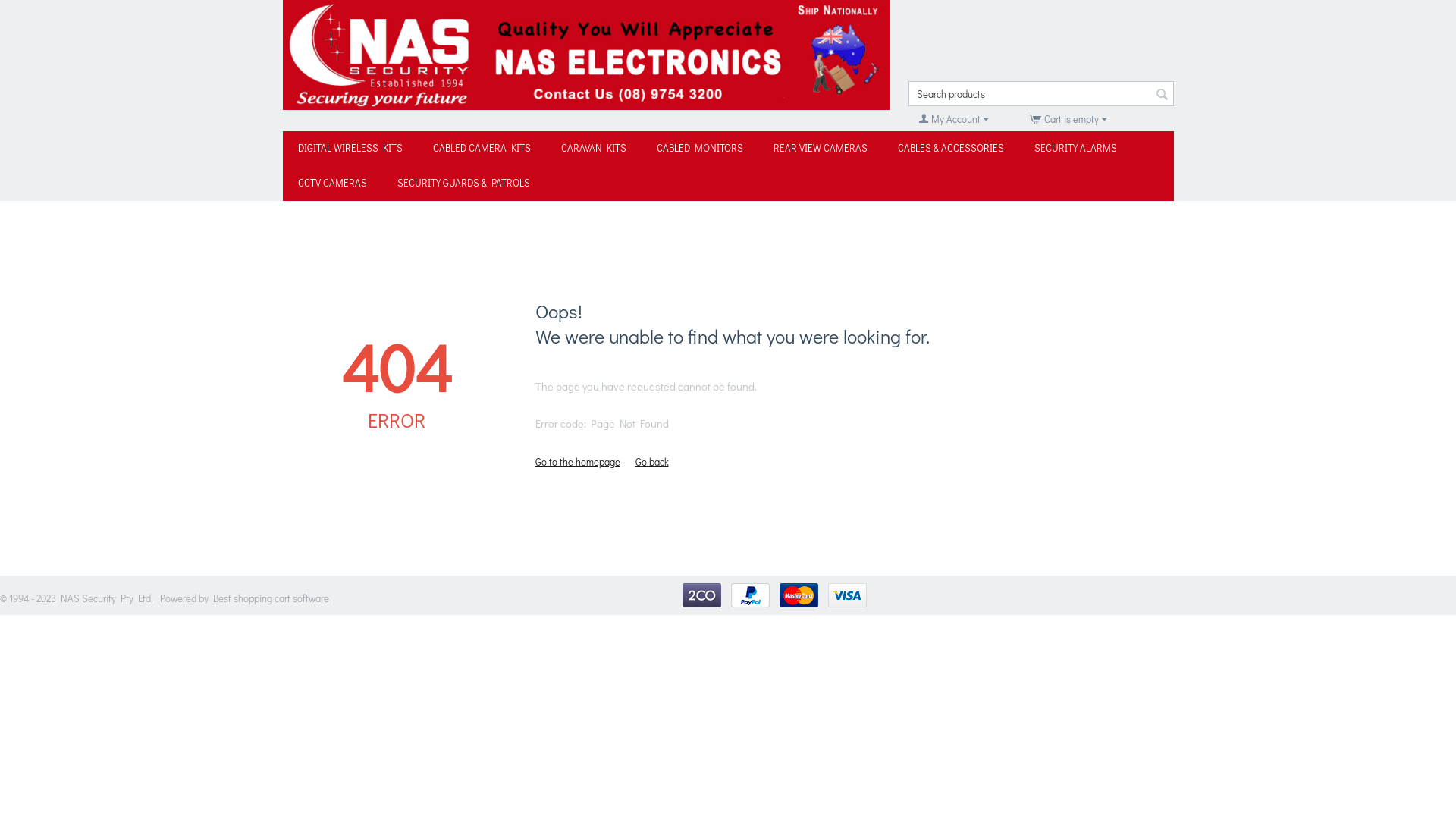  What do you see at coordinates (1160, 94) in the screenshot?
I see `'Search'` at bounding box center [1160, 94].